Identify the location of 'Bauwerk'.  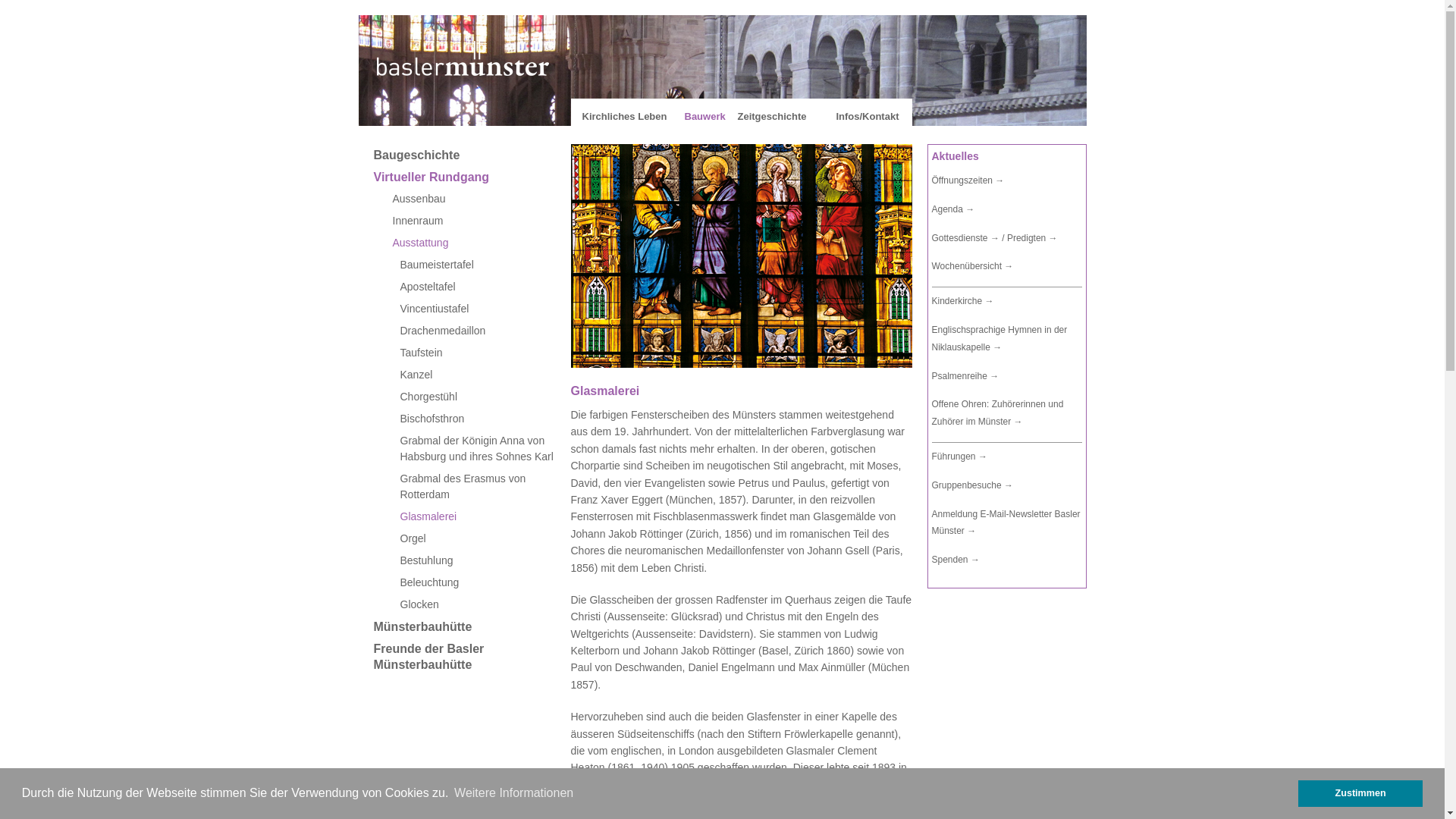
(704, 115).